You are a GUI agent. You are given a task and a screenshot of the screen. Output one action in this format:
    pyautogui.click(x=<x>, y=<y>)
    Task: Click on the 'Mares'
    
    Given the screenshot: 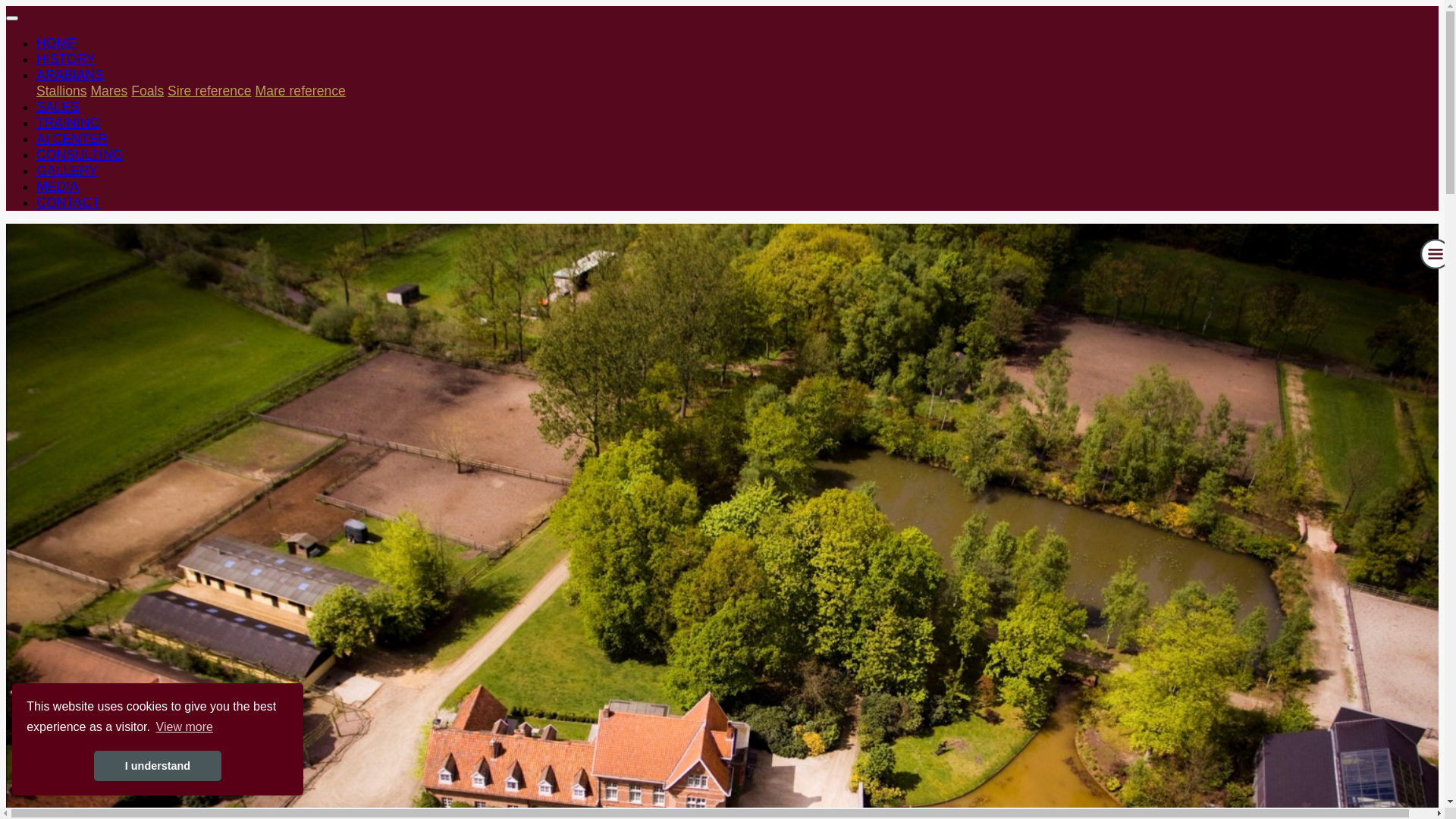 What is the action you would take?
    pyautogui.click(x=108, y=90)
    